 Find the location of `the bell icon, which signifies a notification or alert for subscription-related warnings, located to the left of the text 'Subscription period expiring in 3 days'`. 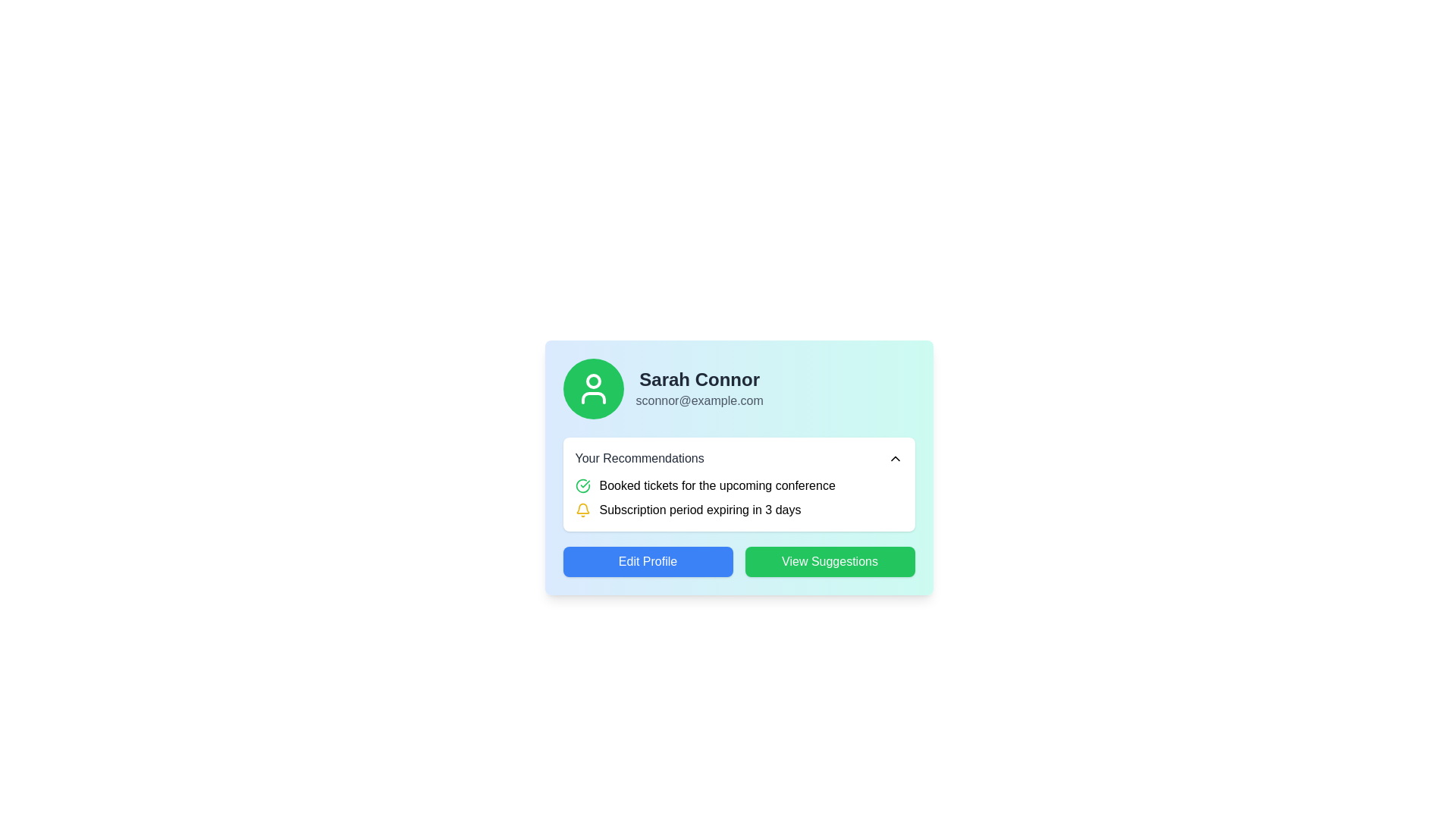

the bell icon, which signifies a notification or alert for subscription-related warnings, located to the left of the text 'Subscription period expiring in 3 days' is located at coordinates (582, 510).